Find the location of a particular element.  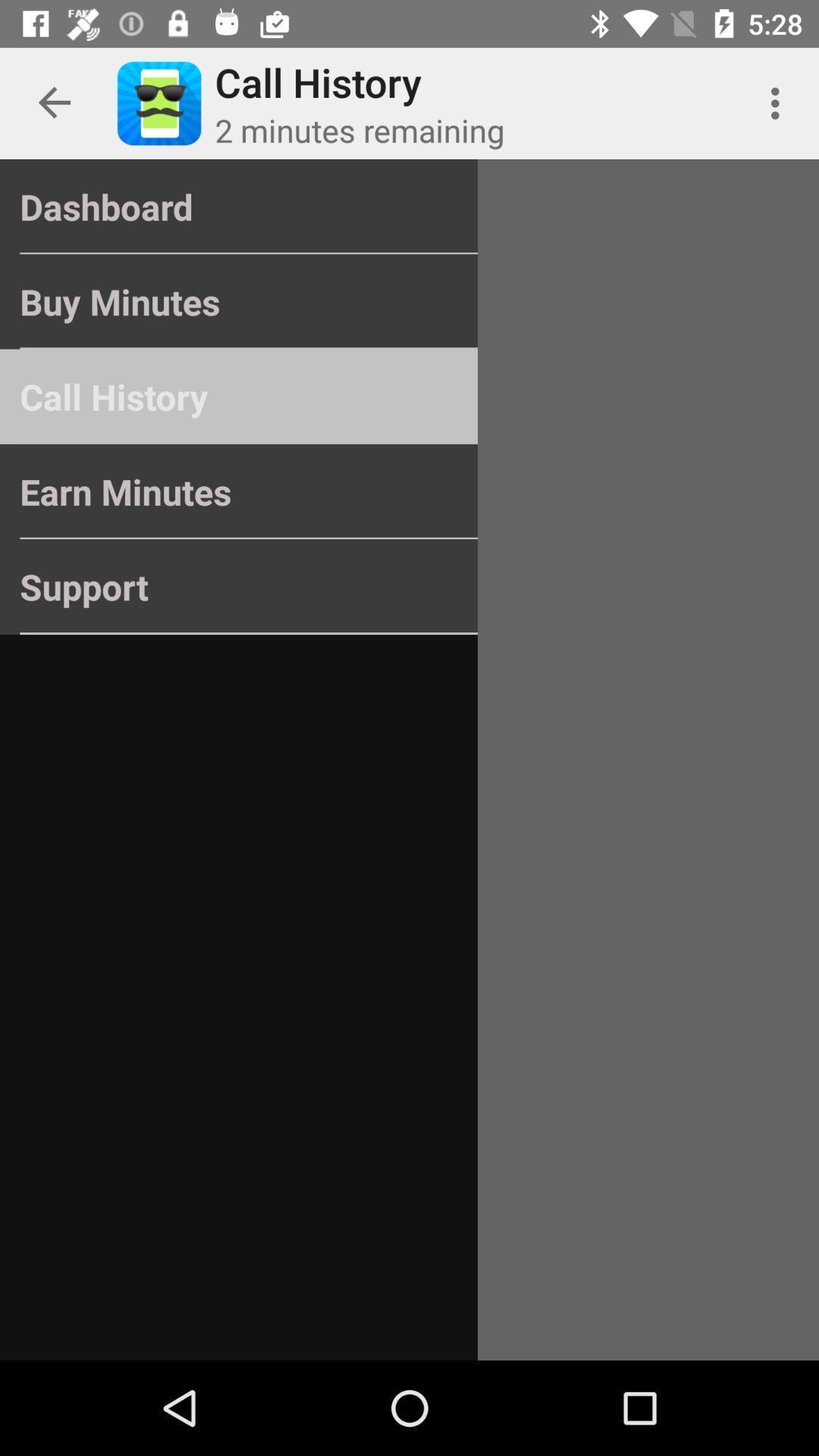

buy minutes is located at coordinates (239, 302).